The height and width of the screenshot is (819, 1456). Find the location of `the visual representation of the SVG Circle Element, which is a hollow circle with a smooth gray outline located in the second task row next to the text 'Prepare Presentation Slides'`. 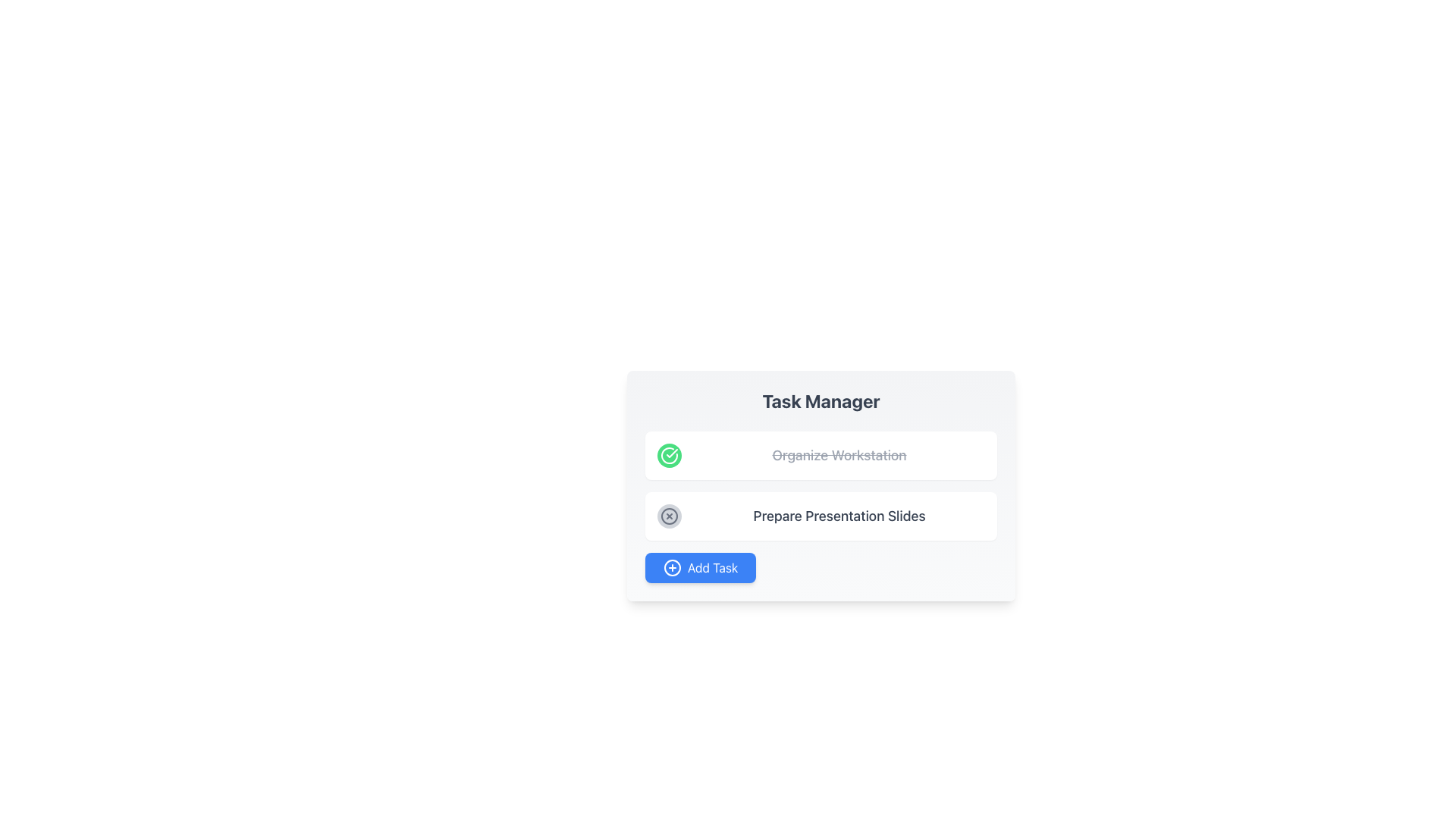

the visual representation of the SVG Circle Element, which is a hollow circle with a smooth gray outline located in the second task row next to the text 'Prepare Presentation Slides' is located at coordinates (669, 516).